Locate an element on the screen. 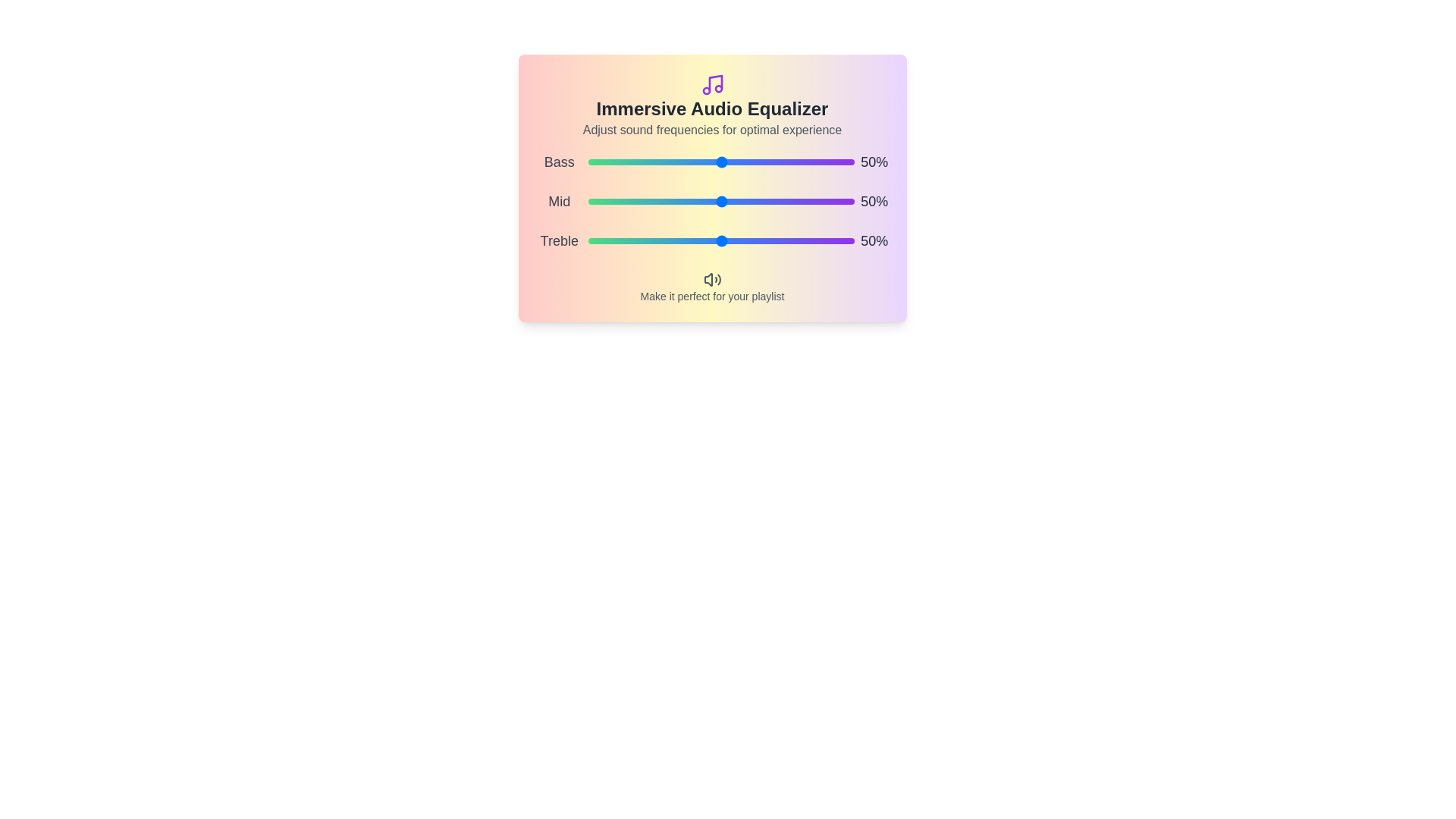  the 0 slider to 52% is located at coordinates (789, 162).